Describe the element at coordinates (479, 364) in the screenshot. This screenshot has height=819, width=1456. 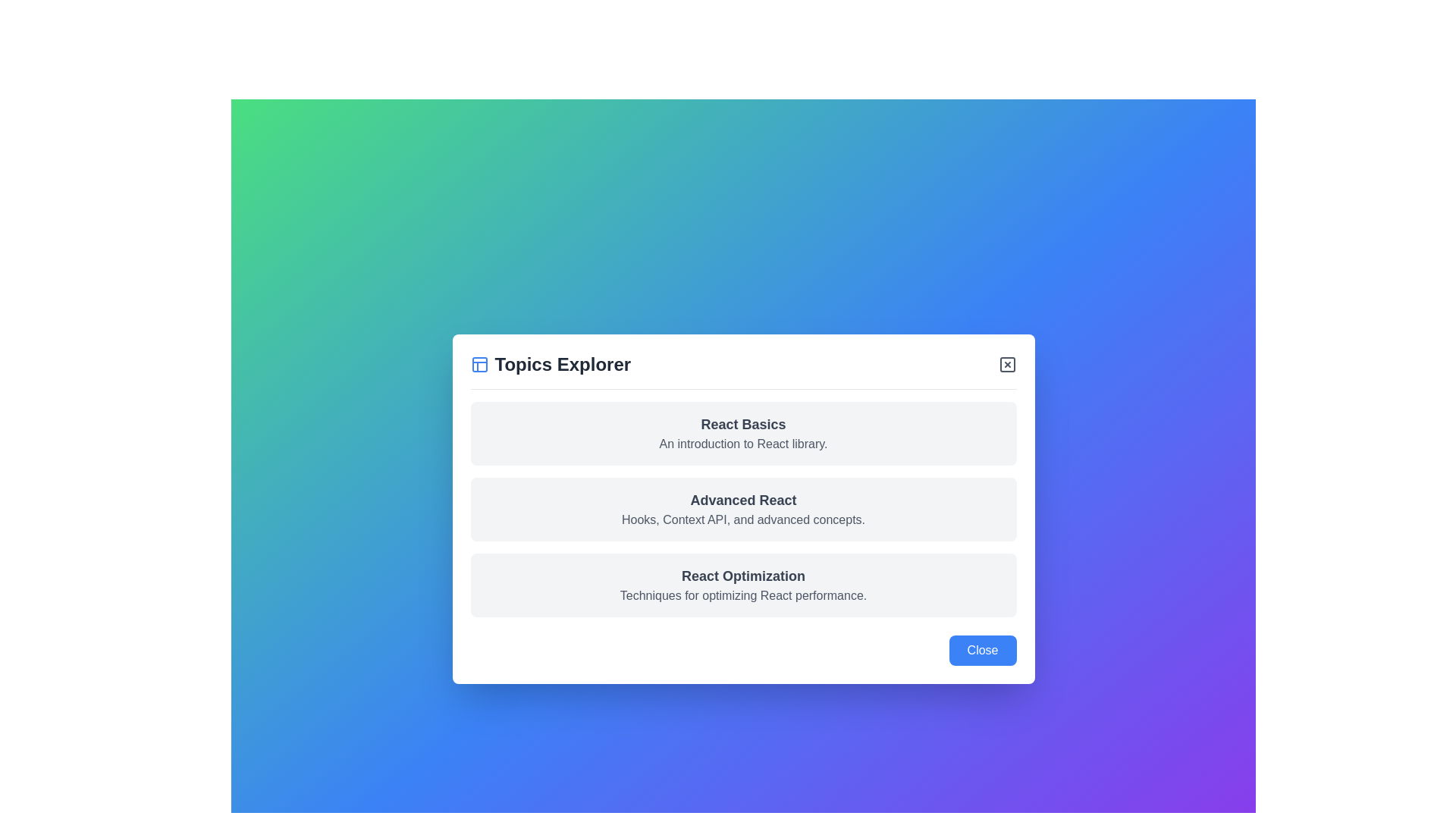
I see `the graphical icon component located in the top-left corner of the modal window` at that location.